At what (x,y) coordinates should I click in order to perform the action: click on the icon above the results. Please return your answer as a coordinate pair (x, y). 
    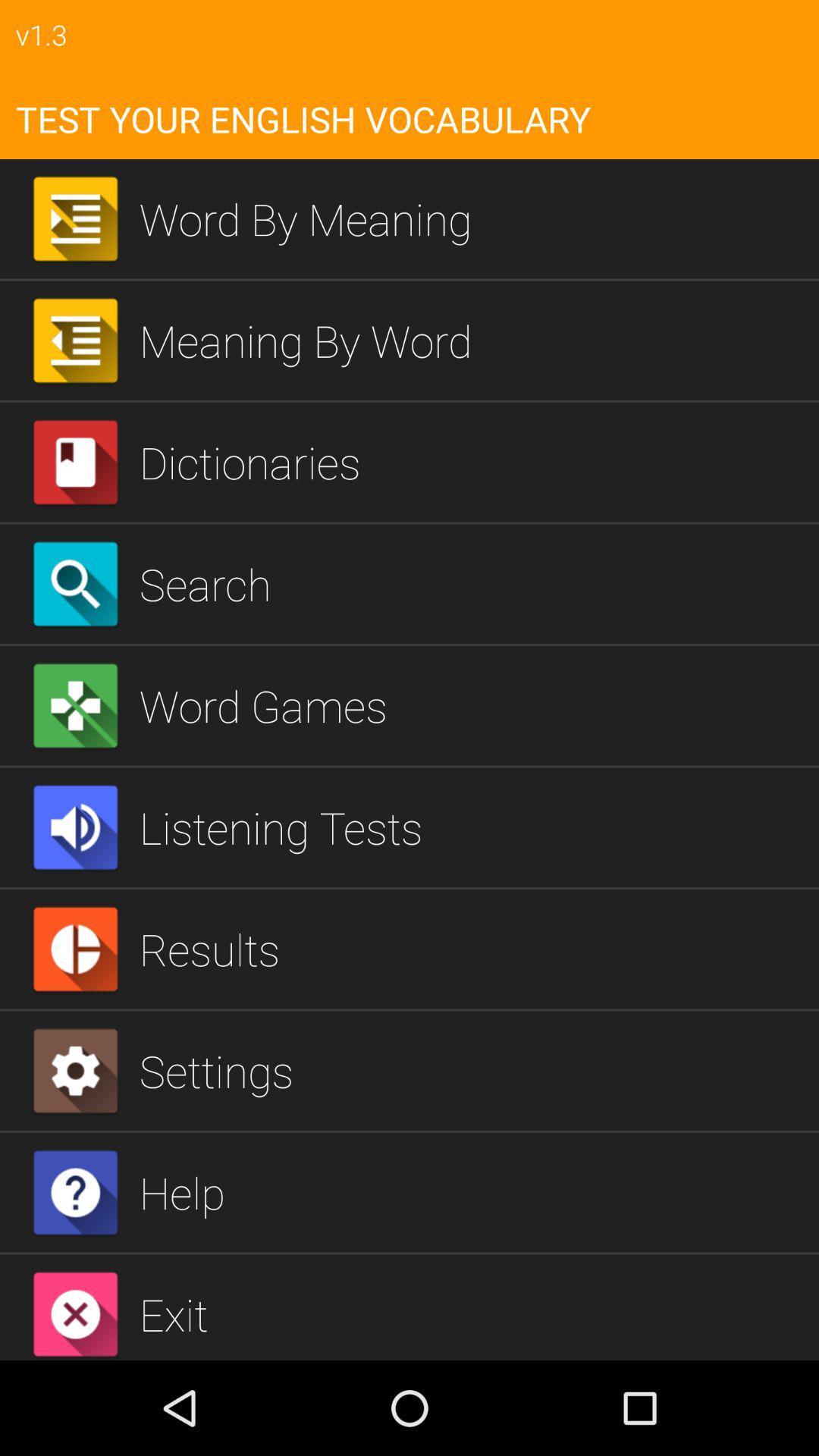
    Looking at the image, I should click on (472, 827).